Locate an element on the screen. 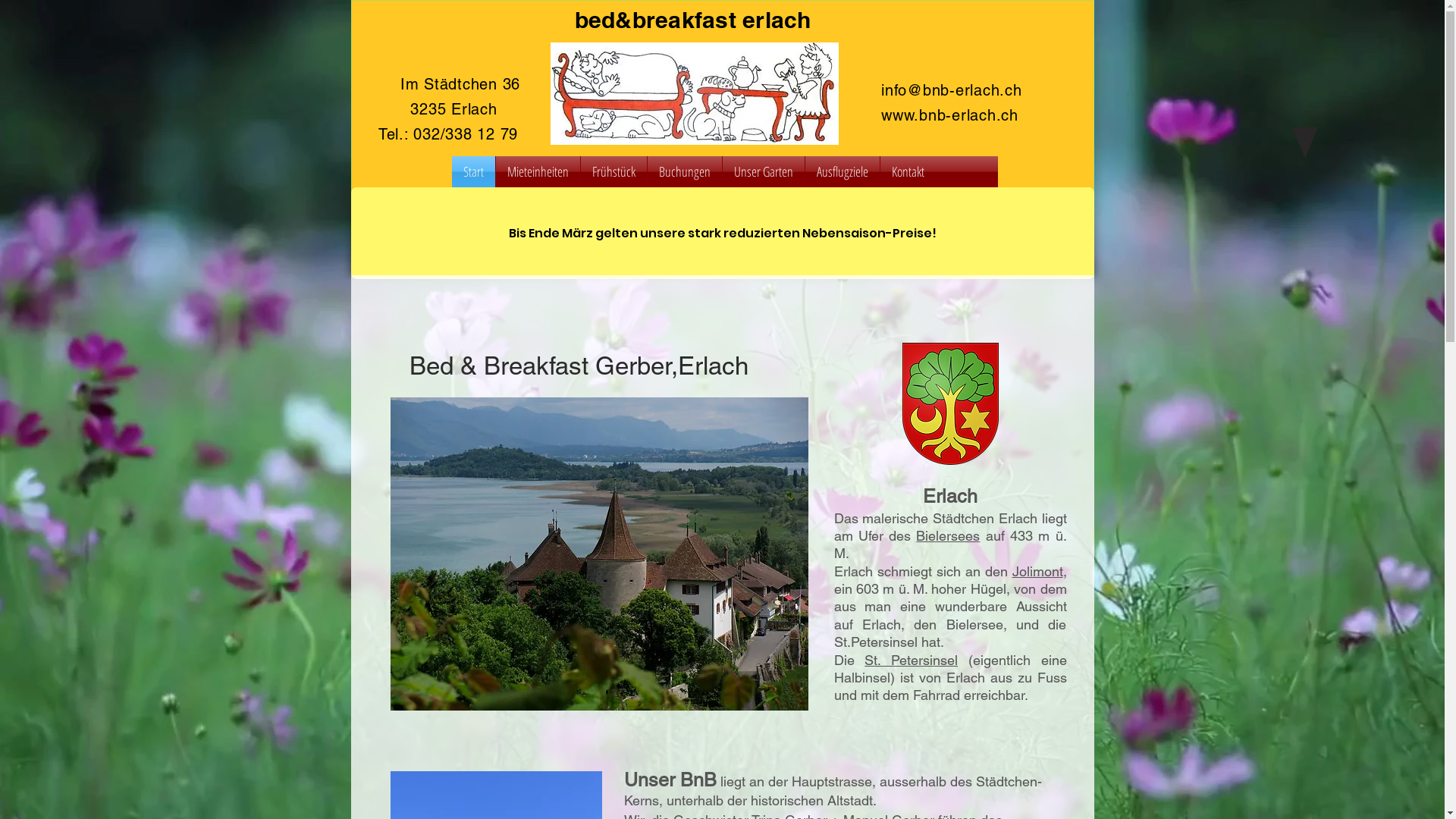  'info@bnb-erlach.ch' is located at coordinates (950, 90).